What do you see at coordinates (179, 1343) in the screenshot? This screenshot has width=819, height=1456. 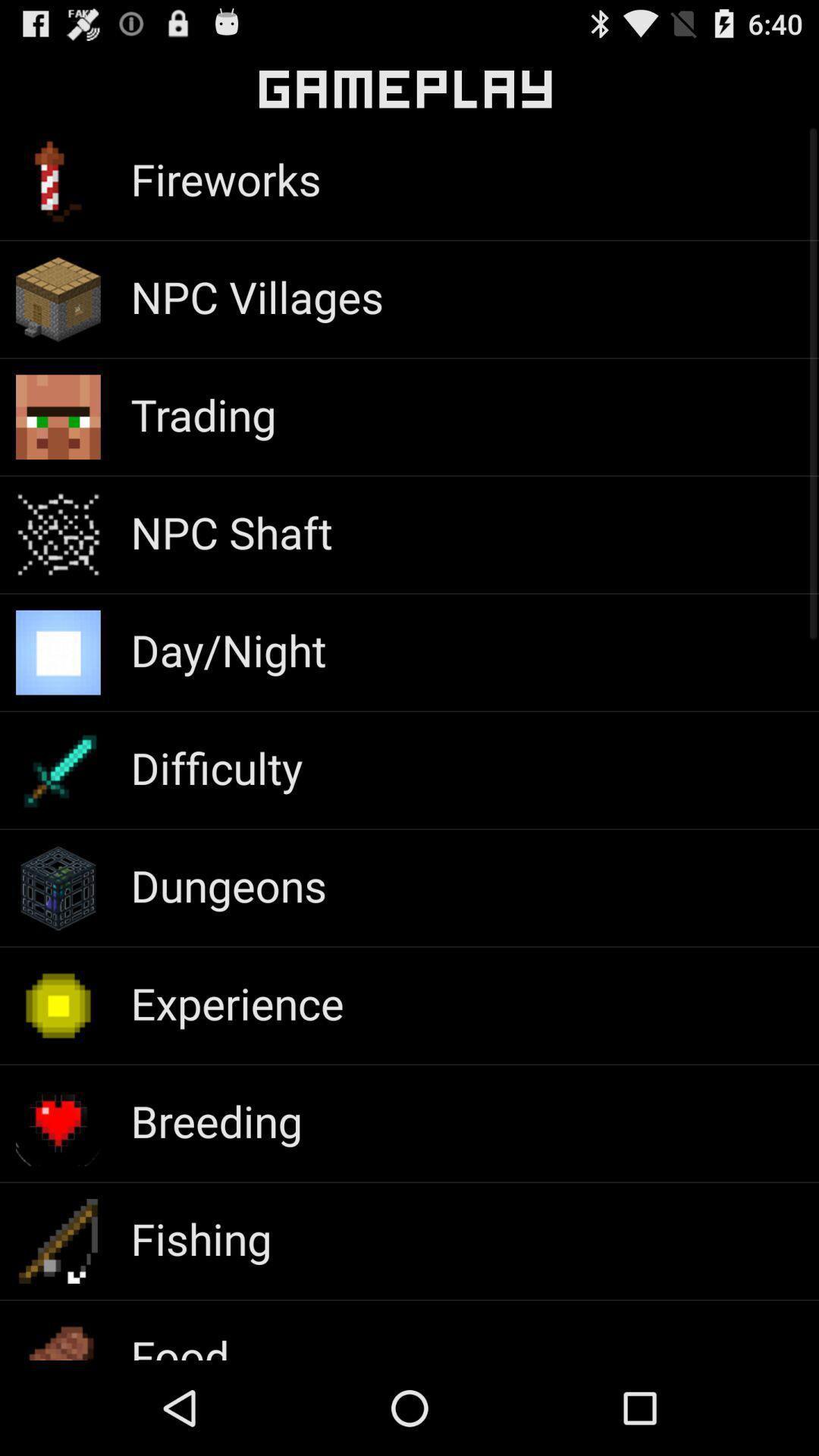 I see `food item` at bounding box center [179, 1343].